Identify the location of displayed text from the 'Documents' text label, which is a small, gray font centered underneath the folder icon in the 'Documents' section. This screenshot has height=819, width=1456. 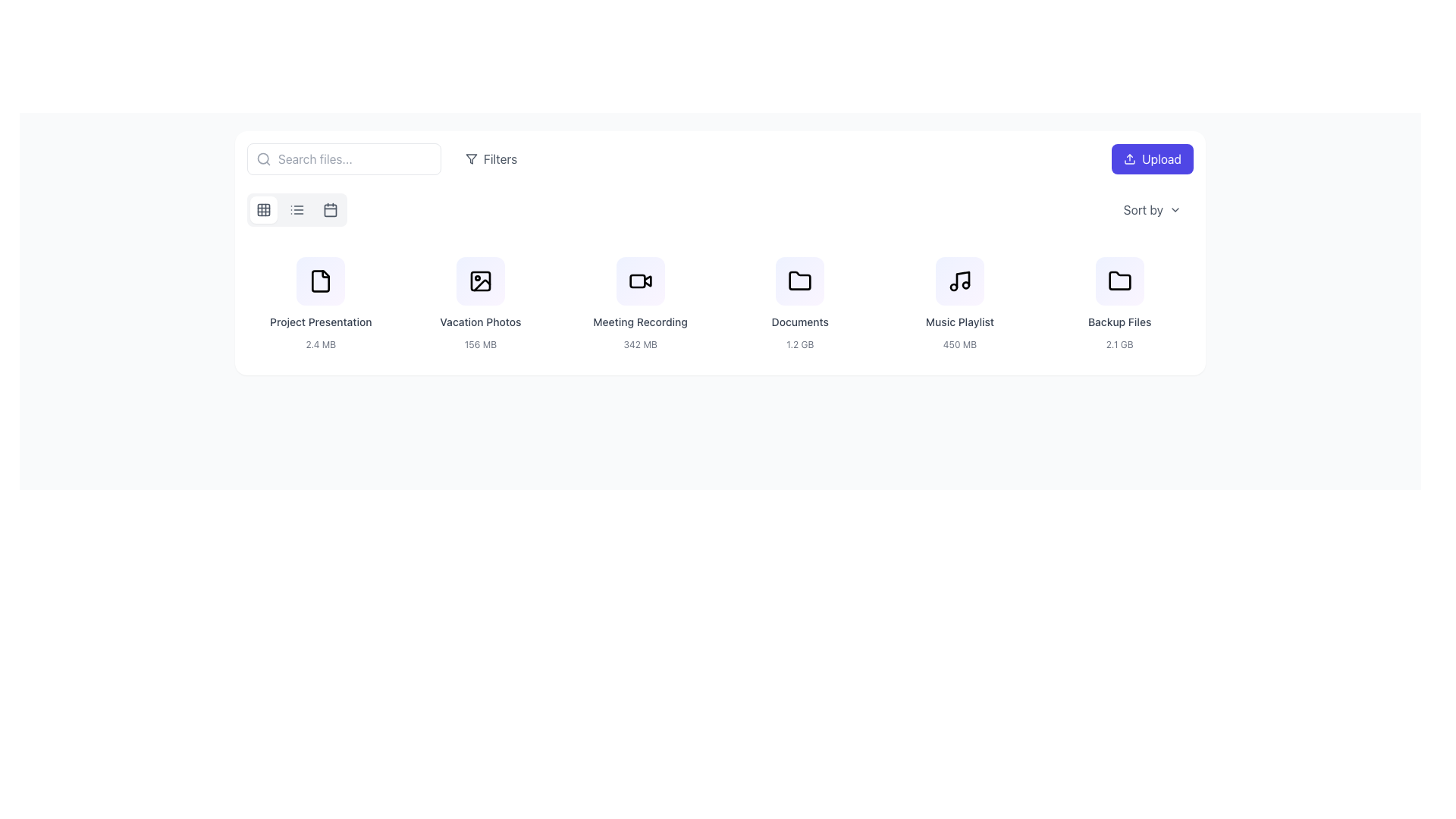
(799, 321).